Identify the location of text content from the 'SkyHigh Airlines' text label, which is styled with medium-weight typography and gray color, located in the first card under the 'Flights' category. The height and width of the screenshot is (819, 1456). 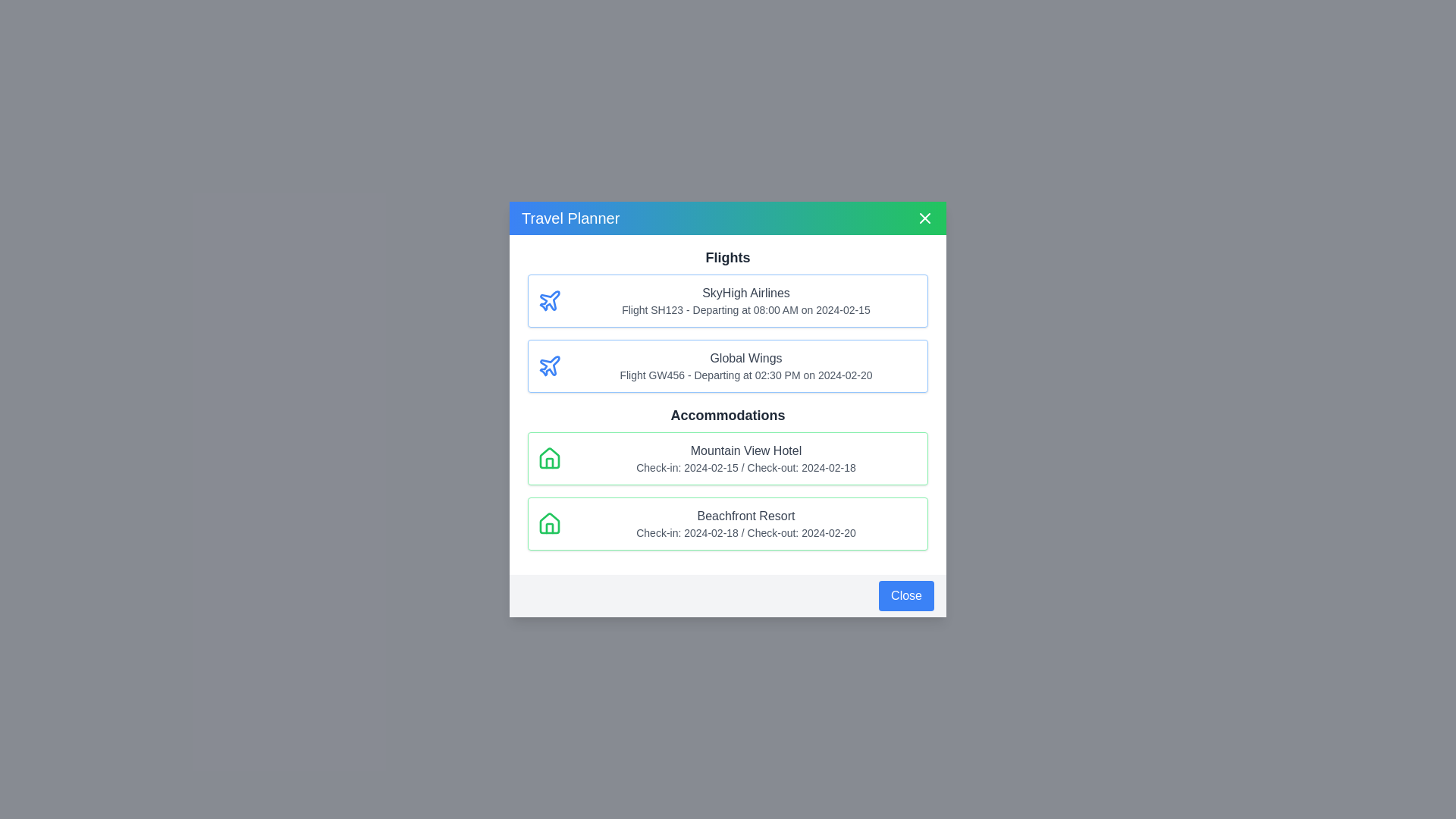
(745, 293).